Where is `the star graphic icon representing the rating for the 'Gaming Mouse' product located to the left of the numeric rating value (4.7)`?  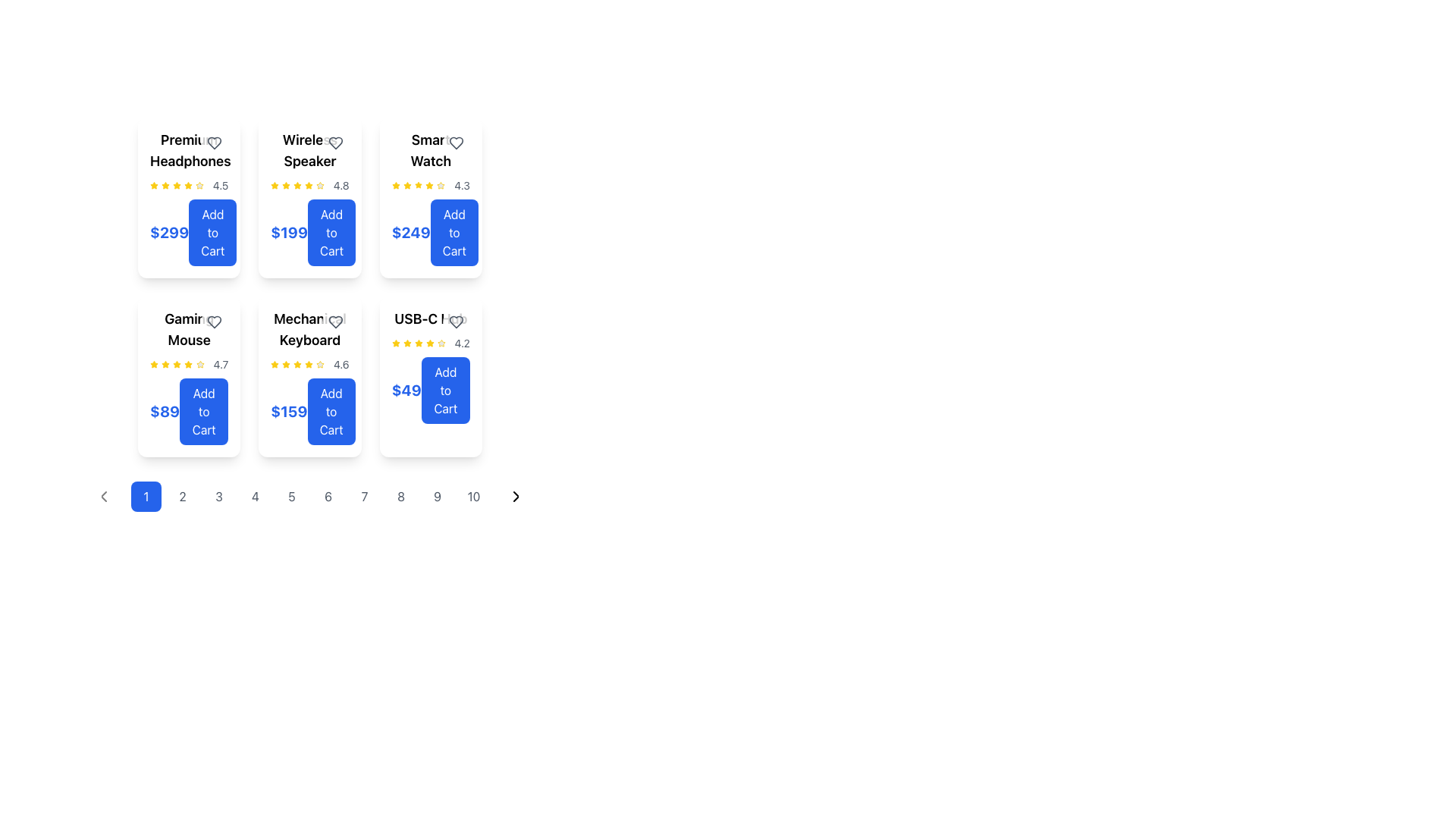
the star graphic icon representing the rating for the 'Gaming Mouse' product located to the left of the numeric rating value (4.7) is located at coordinates (188, 364).